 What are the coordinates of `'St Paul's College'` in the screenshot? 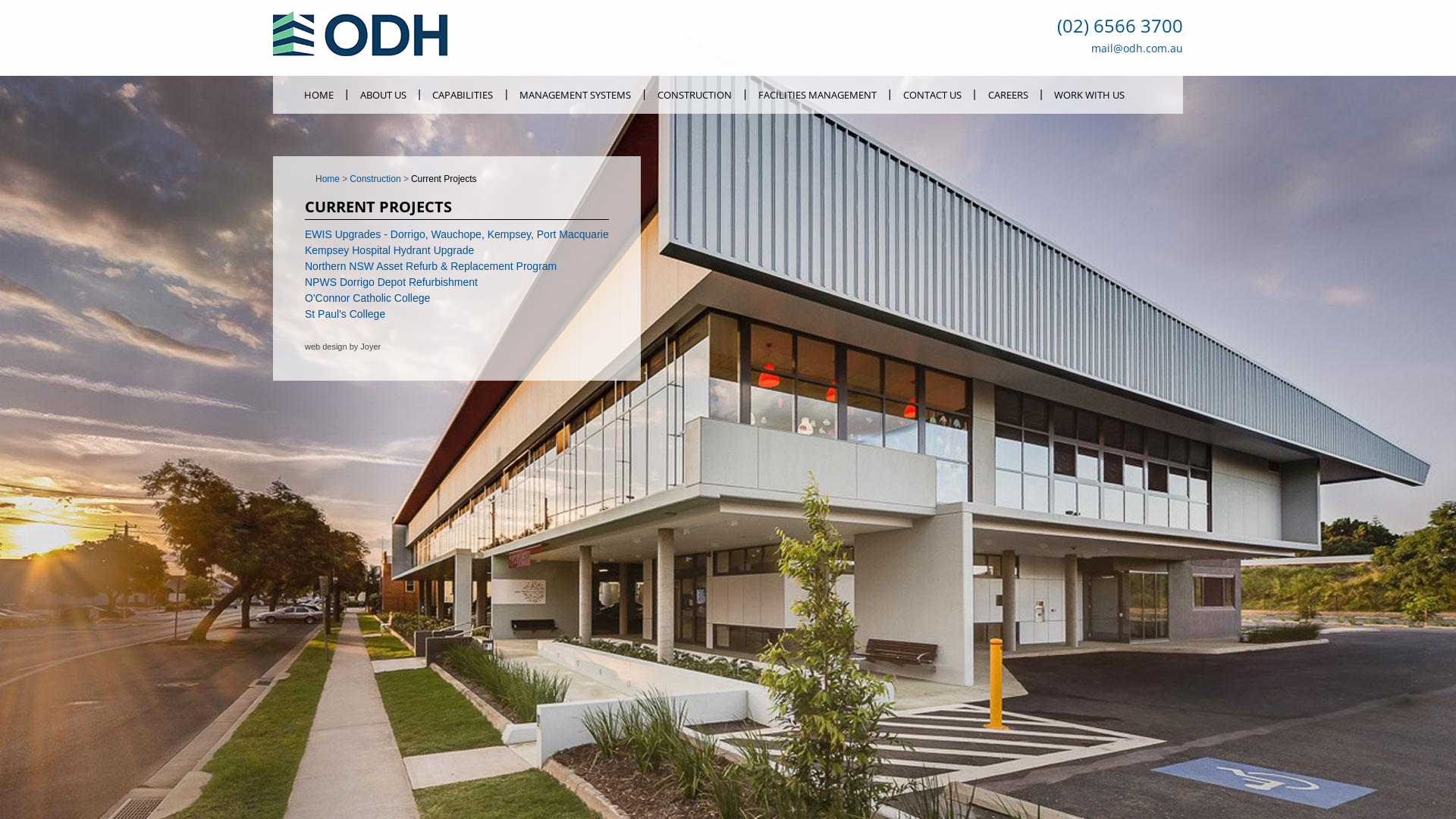 It's located at (344, 312).